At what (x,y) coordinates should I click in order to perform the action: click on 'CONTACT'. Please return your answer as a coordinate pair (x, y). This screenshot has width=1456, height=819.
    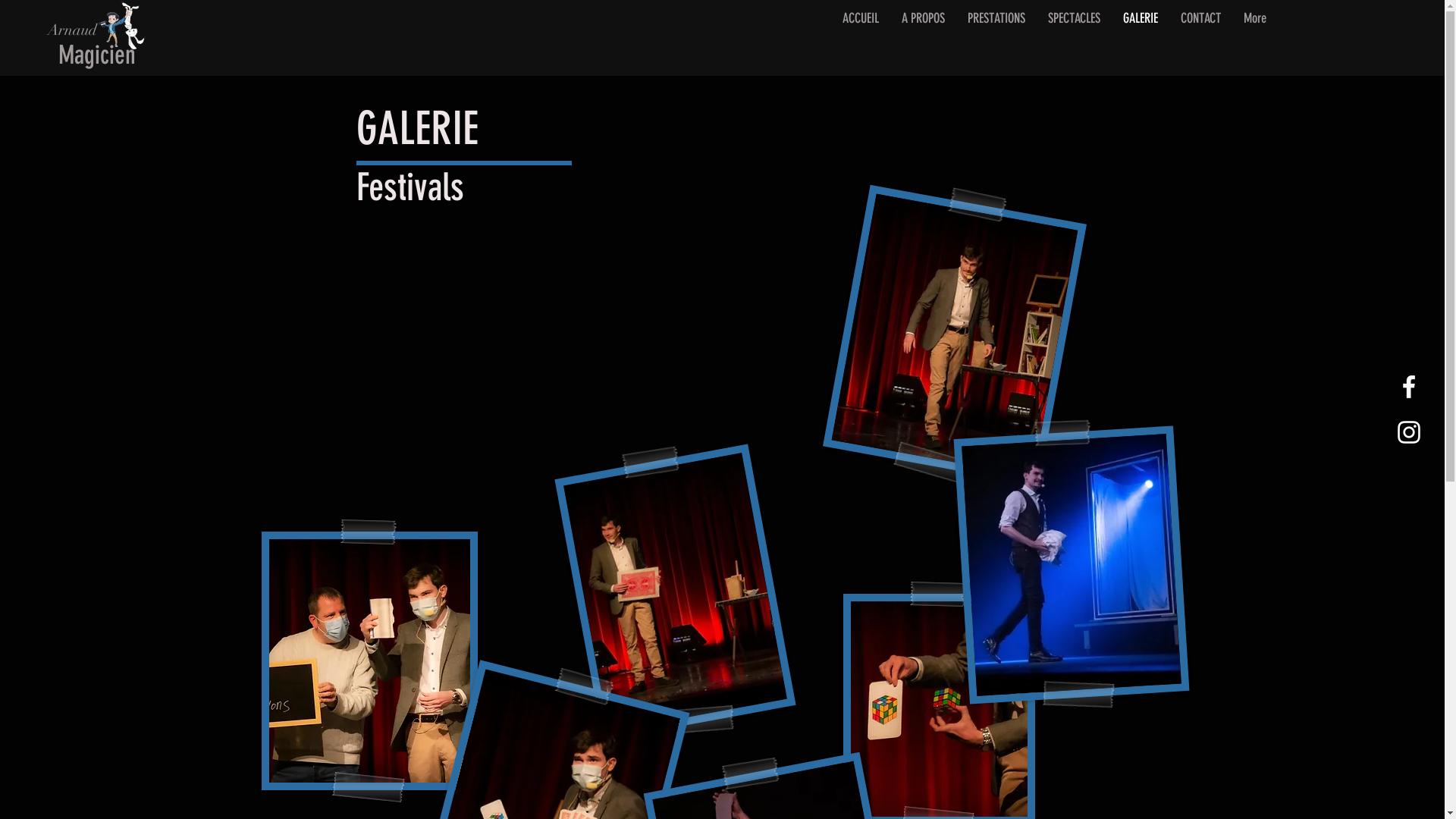
    Looking at the image, I should click on (1200, 39).